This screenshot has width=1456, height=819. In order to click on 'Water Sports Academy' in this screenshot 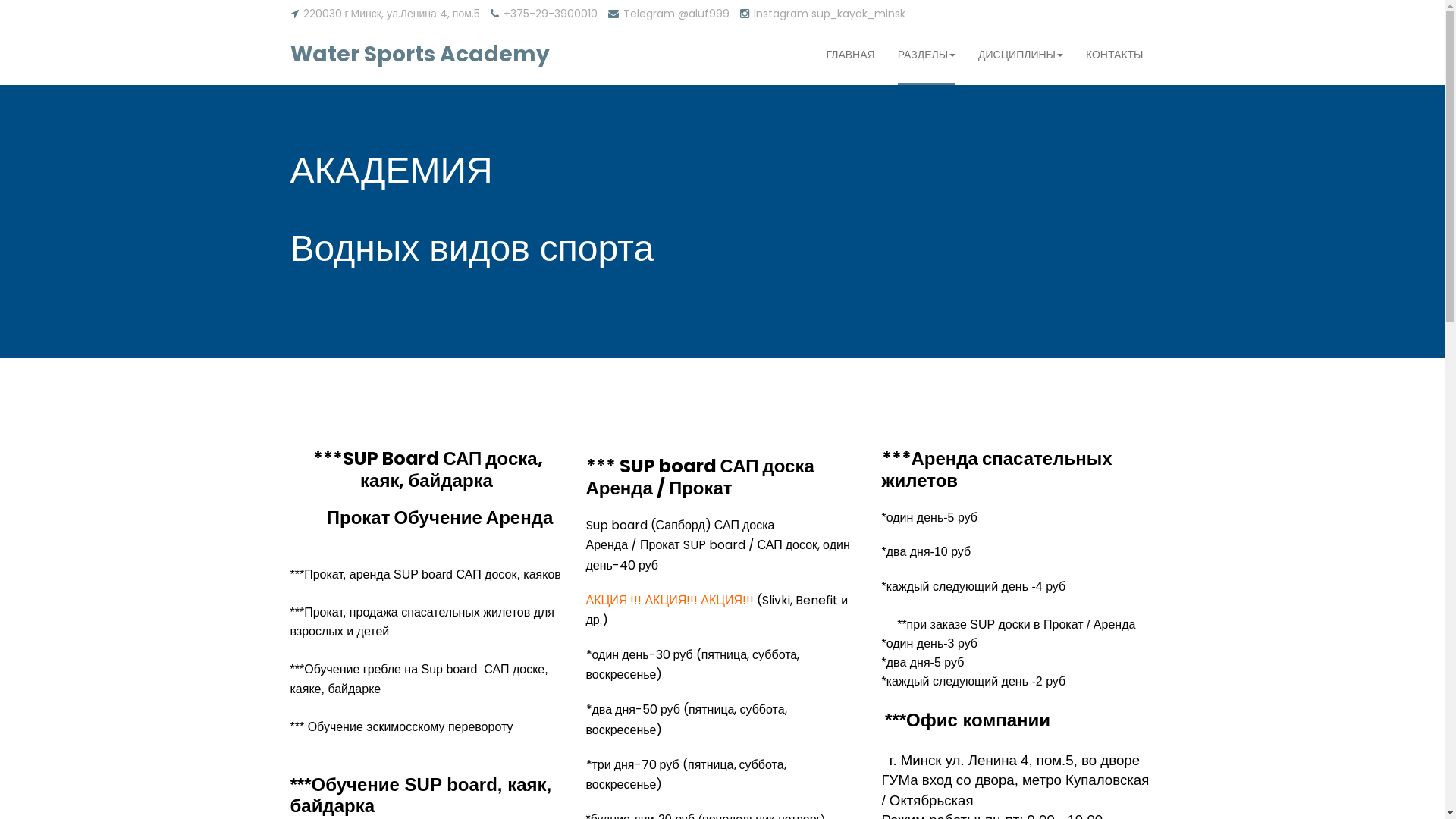, I will do `click(419, 54)`.